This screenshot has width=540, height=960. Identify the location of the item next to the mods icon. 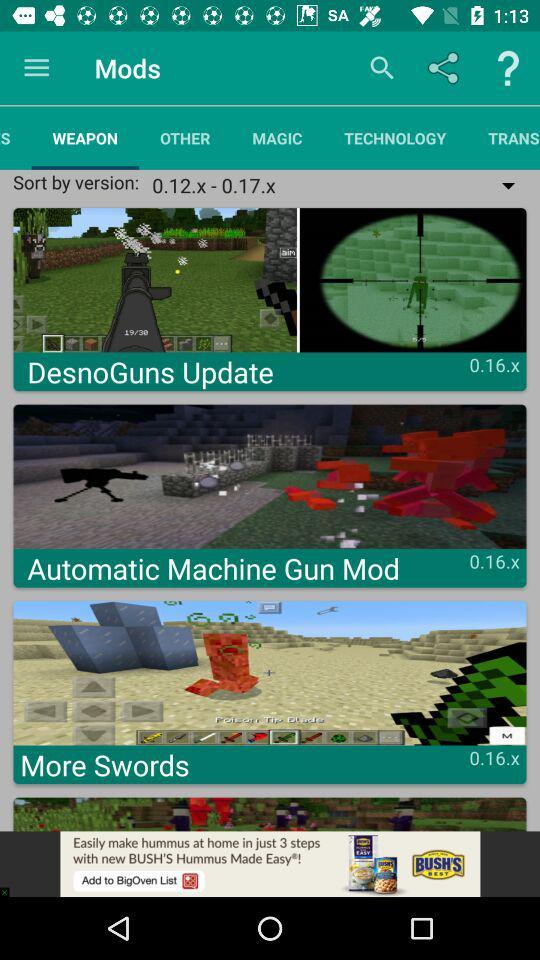
(36, 68).